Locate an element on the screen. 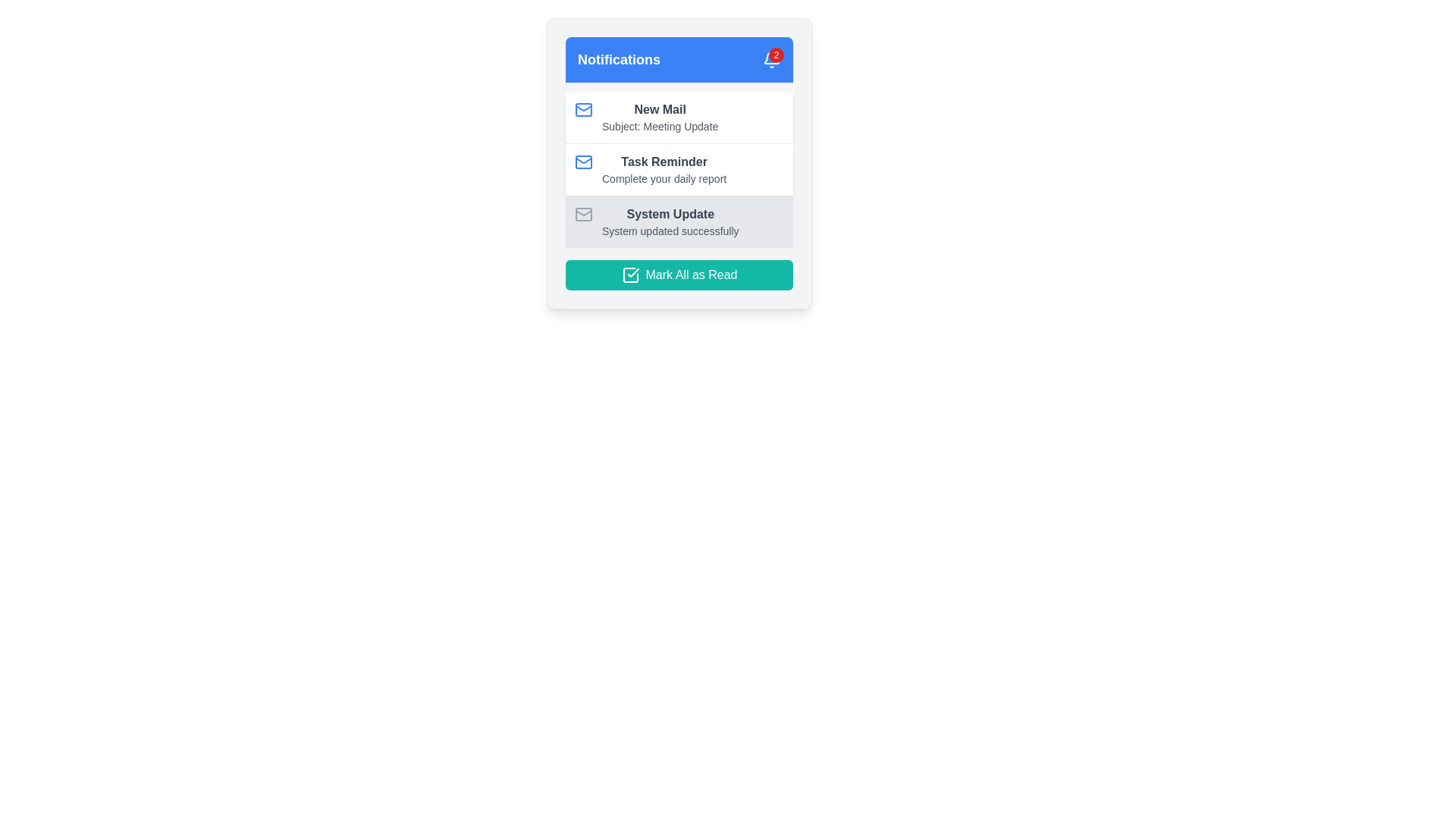  bell icon SVG graphic element, which serves as a notification indicator, in the browser's developer tools is located at coordinates (771, 57).